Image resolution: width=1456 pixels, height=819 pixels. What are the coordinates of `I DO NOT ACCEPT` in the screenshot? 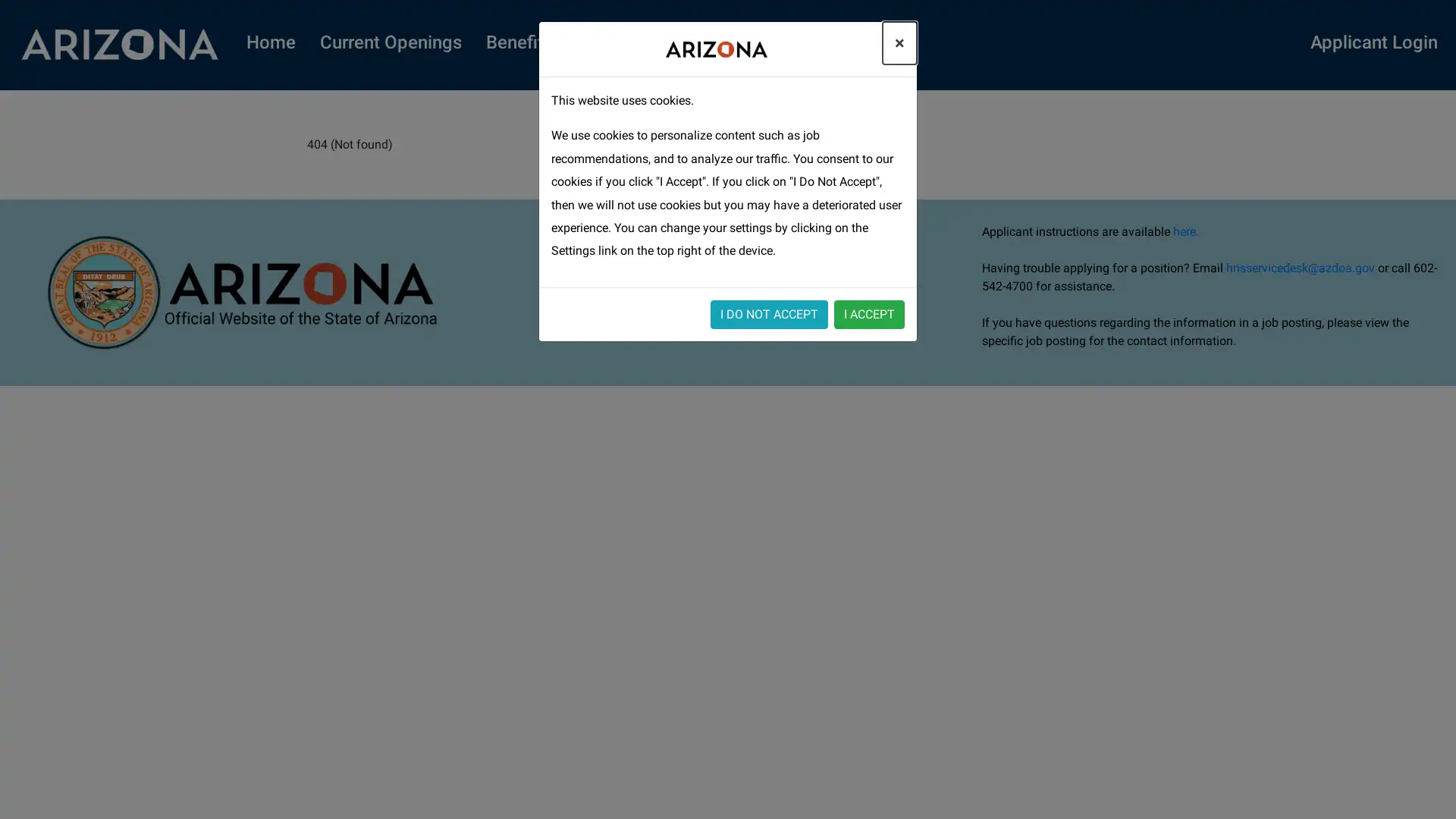 It's located at (769, 312).